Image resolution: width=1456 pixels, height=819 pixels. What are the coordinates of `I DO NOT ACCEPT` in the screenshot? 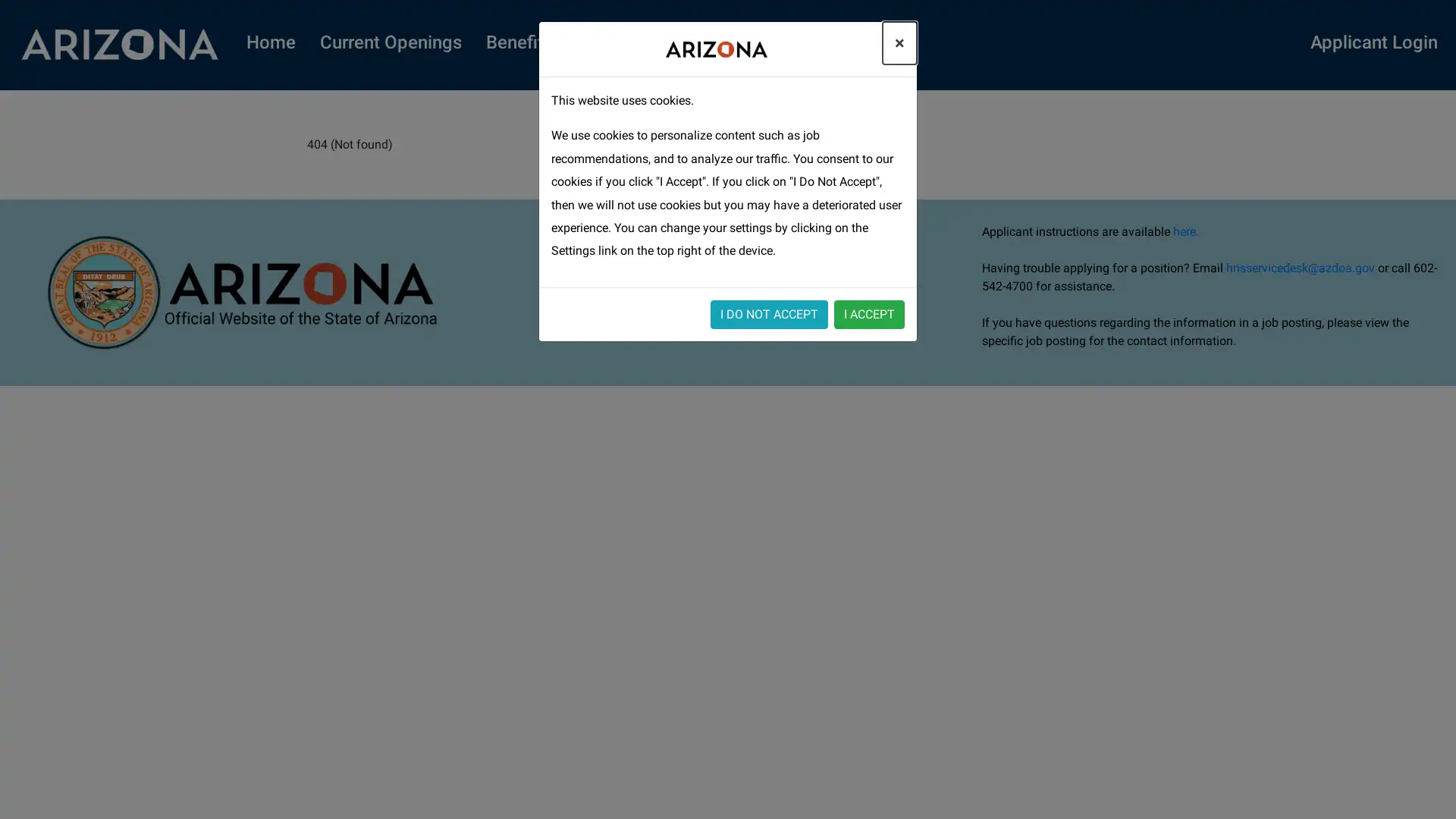 It's located at (769, 312).